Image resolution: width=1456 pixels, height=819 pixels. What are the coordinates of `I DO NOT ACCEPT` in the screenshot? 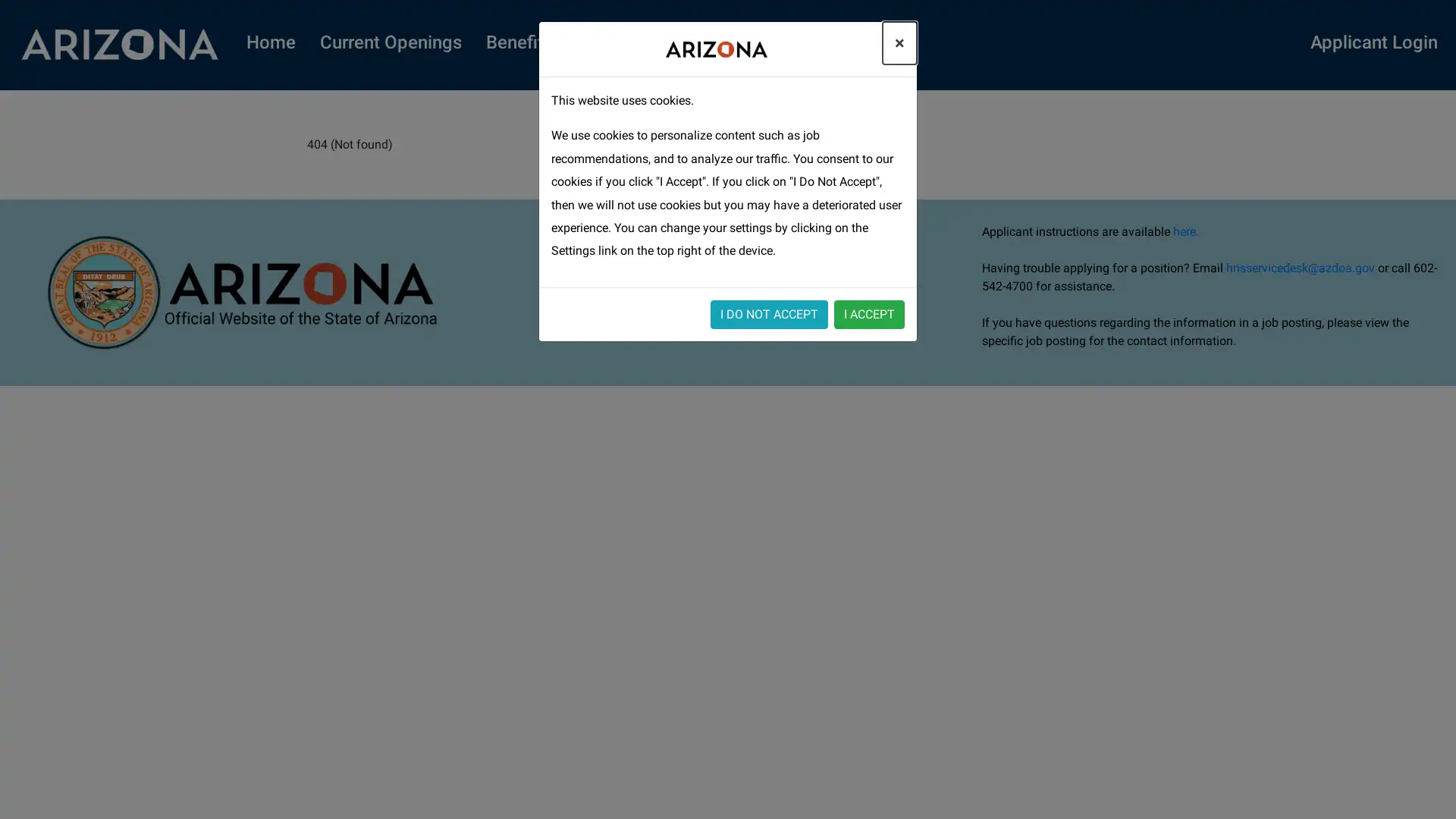 It's located at (769, 312).